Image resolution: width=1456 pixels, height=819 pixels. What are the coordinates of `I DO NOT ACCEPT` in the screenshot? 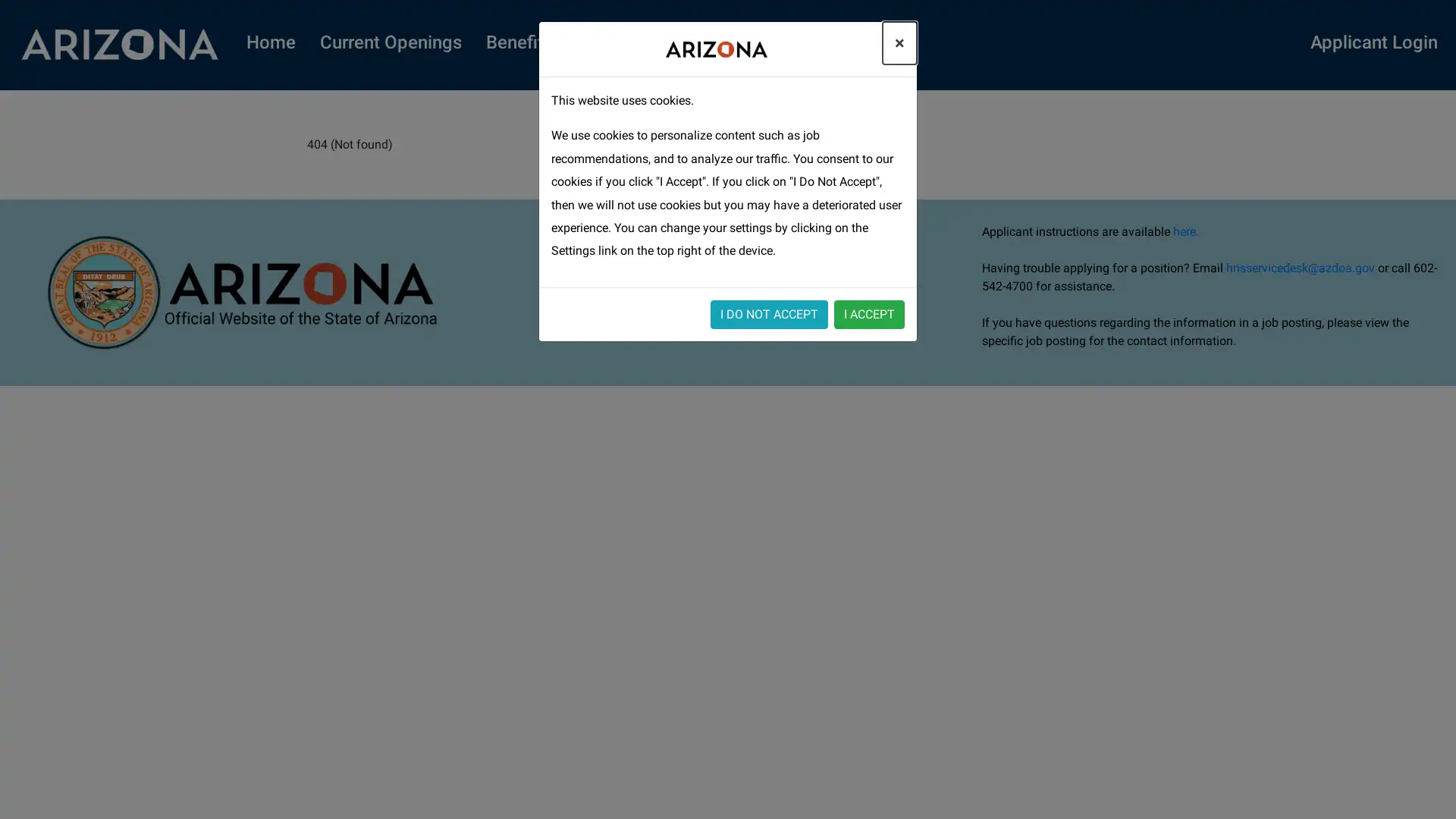 It's located at (769, 312).